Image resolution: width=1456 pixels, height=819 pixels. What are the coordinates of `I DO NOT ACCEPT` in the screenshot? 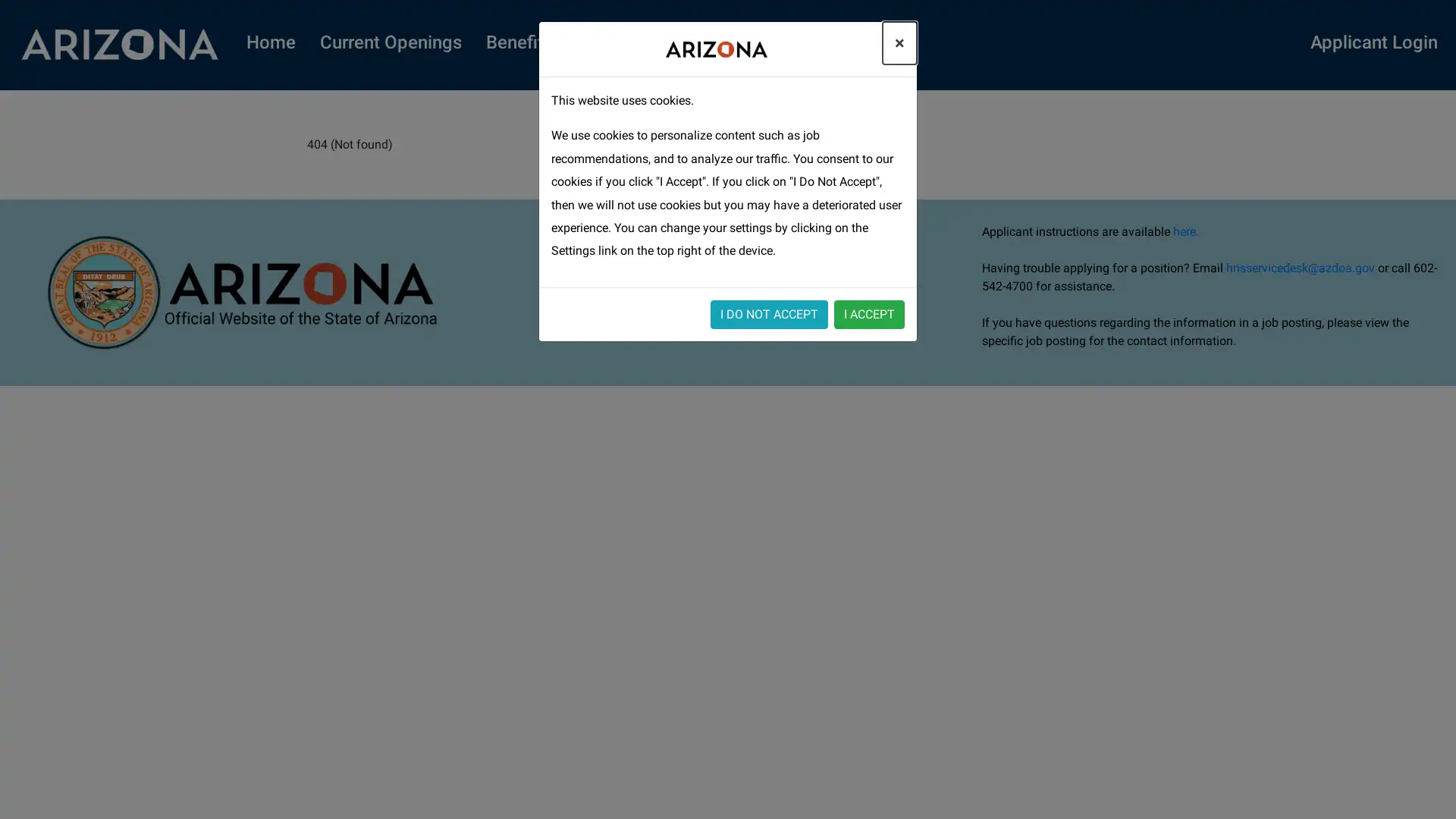 It's located at (769, 312).